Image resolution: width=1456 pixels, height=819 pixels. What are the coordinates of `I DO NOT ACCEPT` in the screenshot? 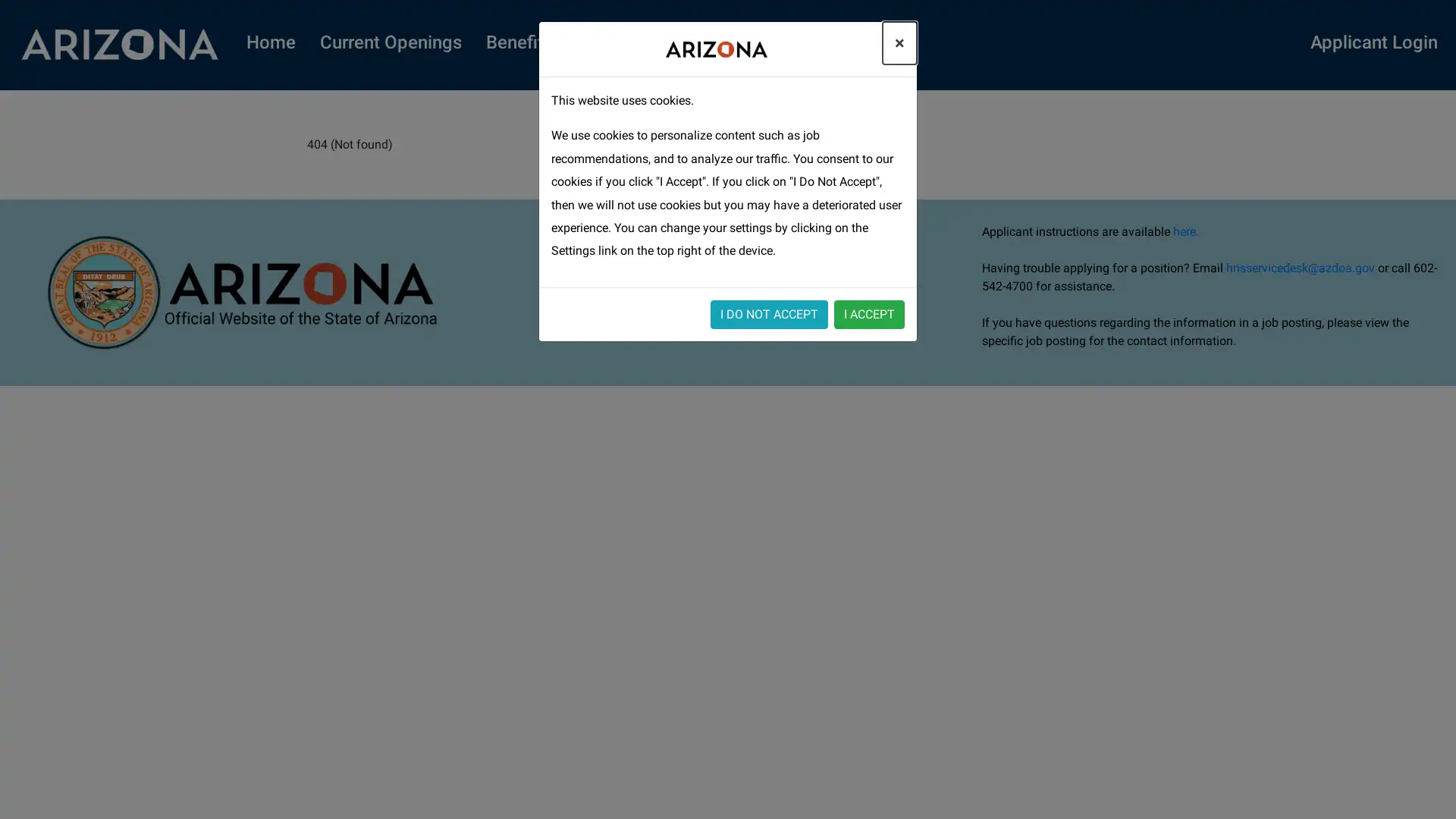 It's located at (769, 312).